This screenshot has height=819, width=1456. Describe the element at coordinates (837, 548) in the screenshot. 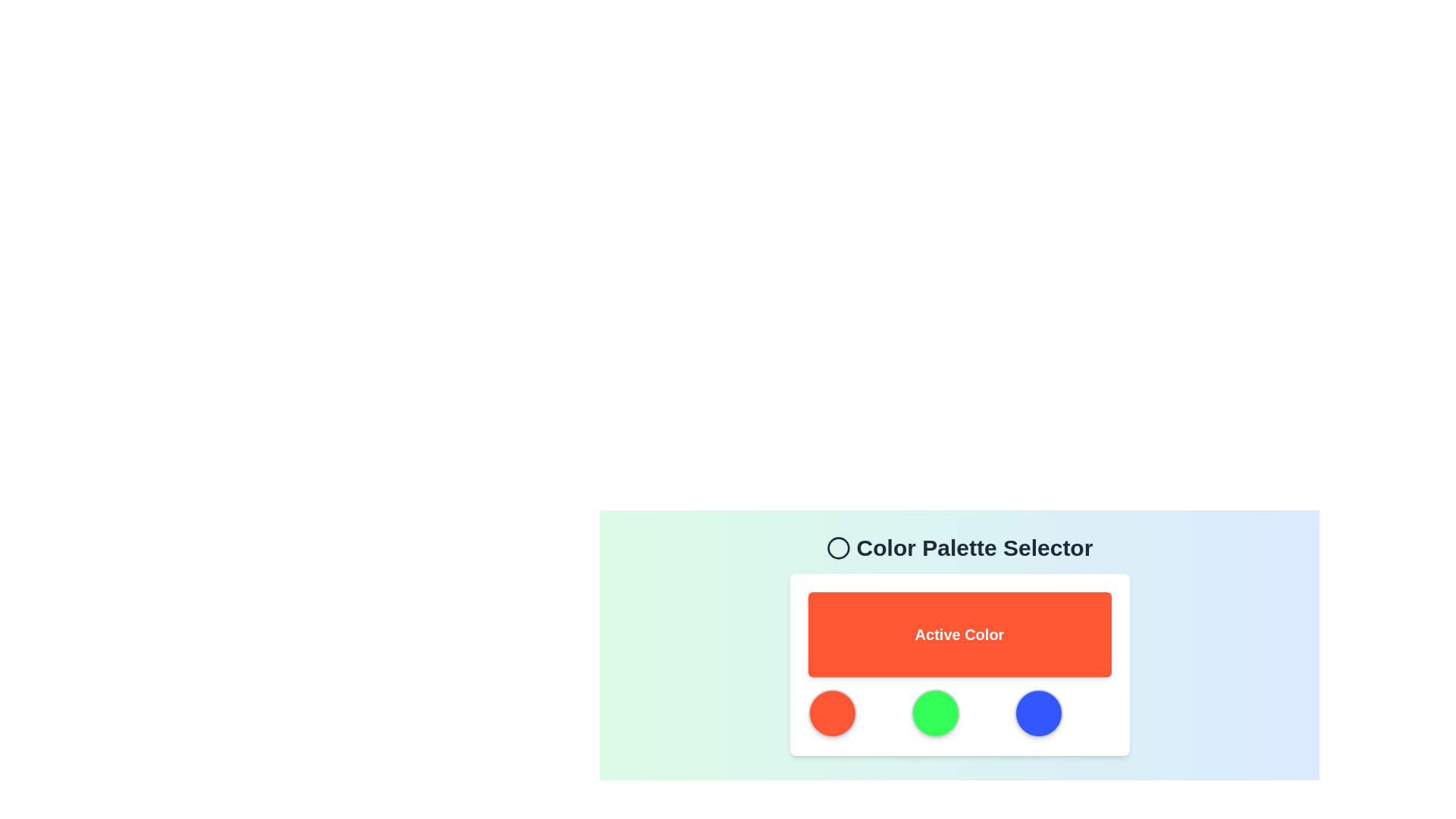

I see `the filled circle graphic element that is part of the Color Palette Selector icon, located near the upper-left corner of the widget` at that location.